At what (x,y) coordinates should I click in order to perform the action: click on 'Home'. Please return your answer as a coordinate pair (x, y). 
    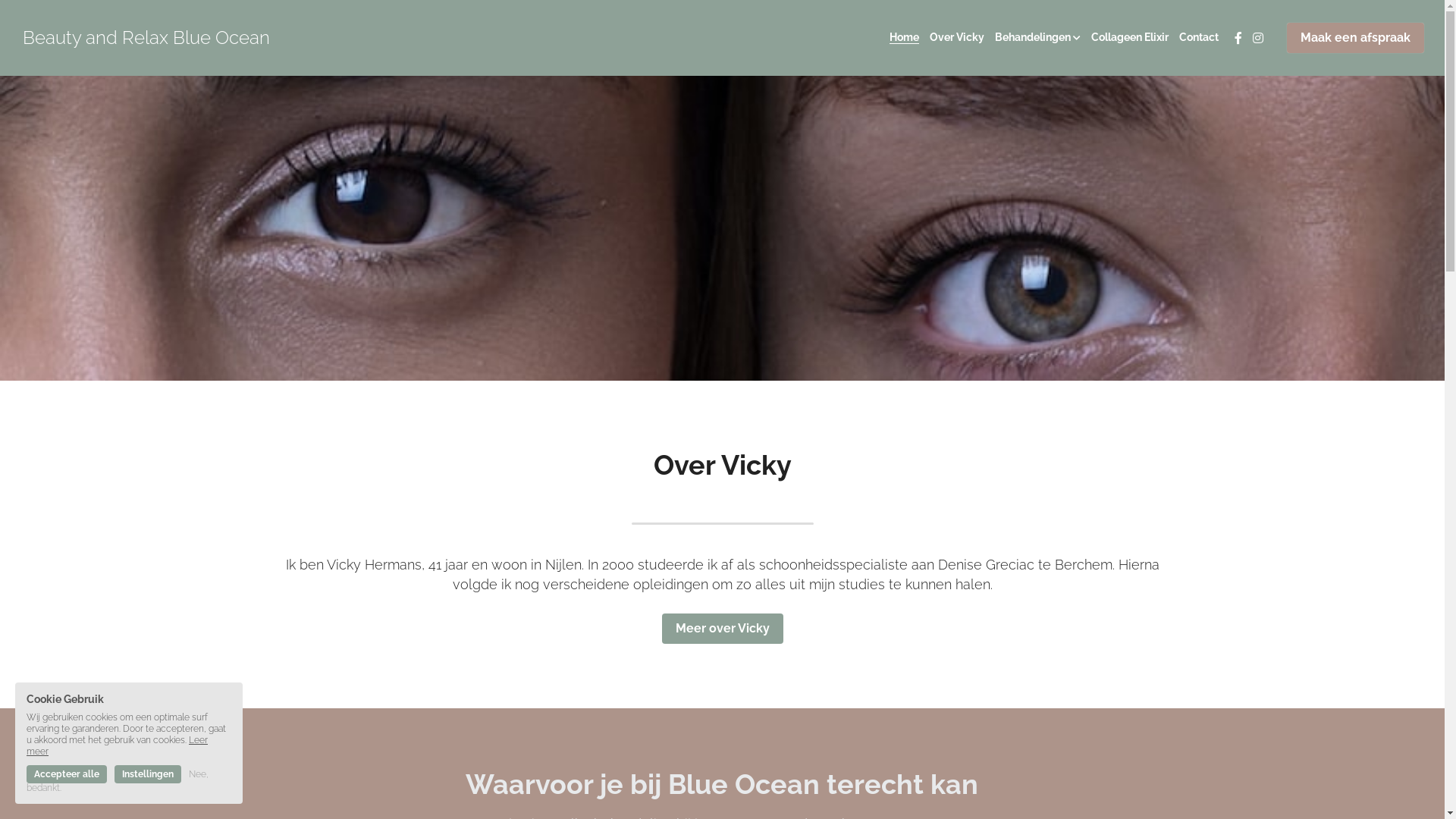
    Looking at the image, I should click on (889, 37).